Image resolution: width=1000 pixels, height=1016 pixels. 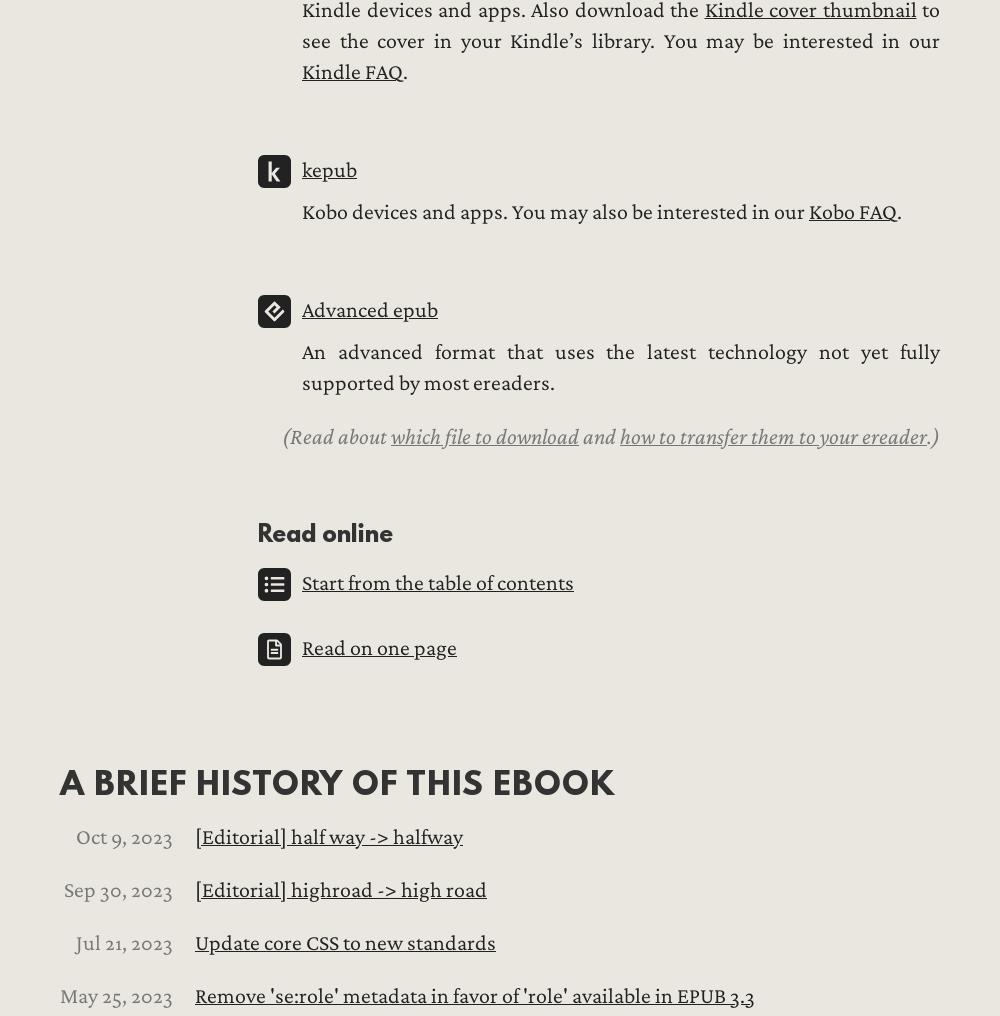 What do you see at coordinates (598, 435) in the screenshot?
I see `'and'` at bounding box center [598, 435].